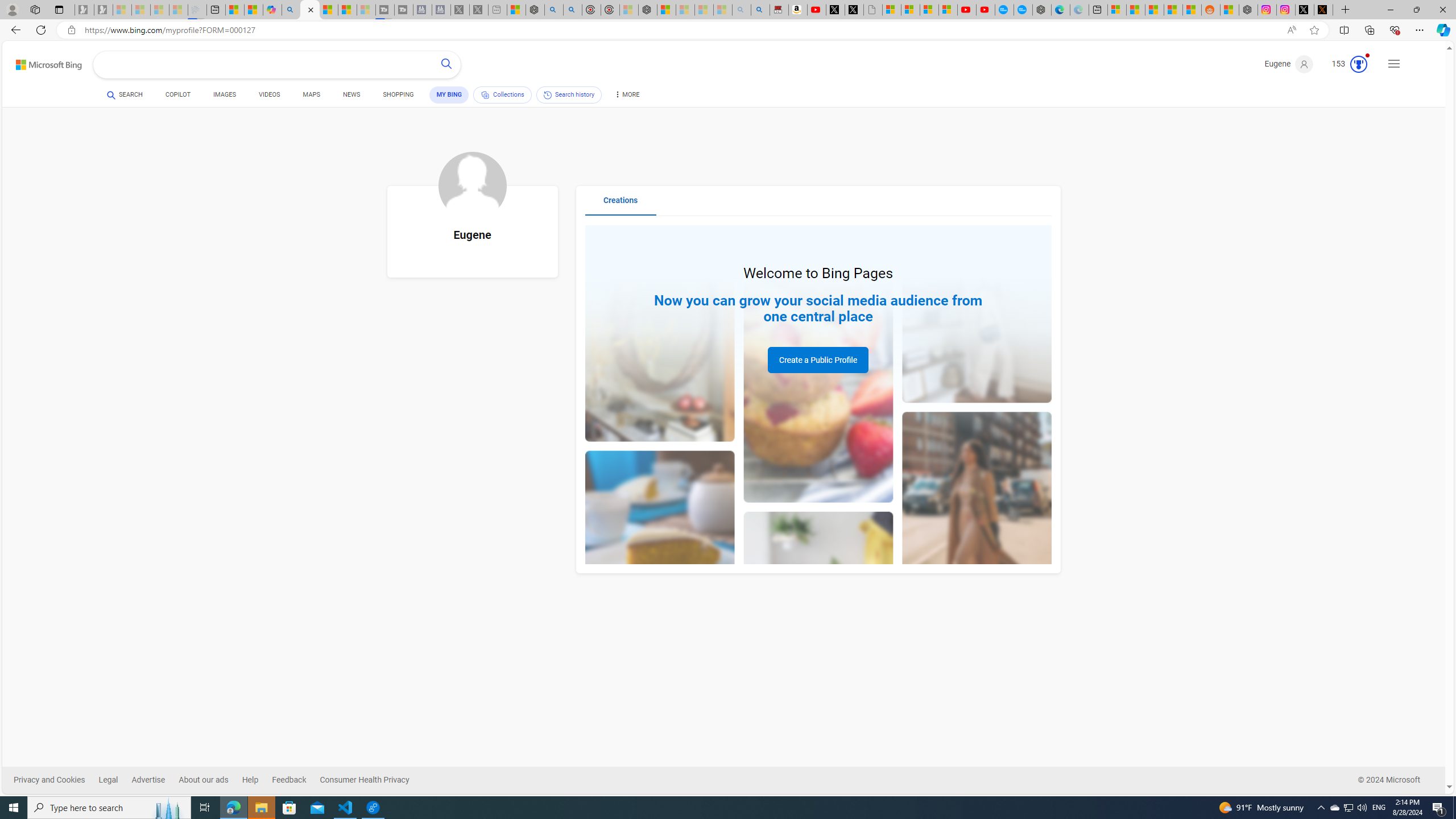  I want to click on 'About our ads', so click(209, 780).